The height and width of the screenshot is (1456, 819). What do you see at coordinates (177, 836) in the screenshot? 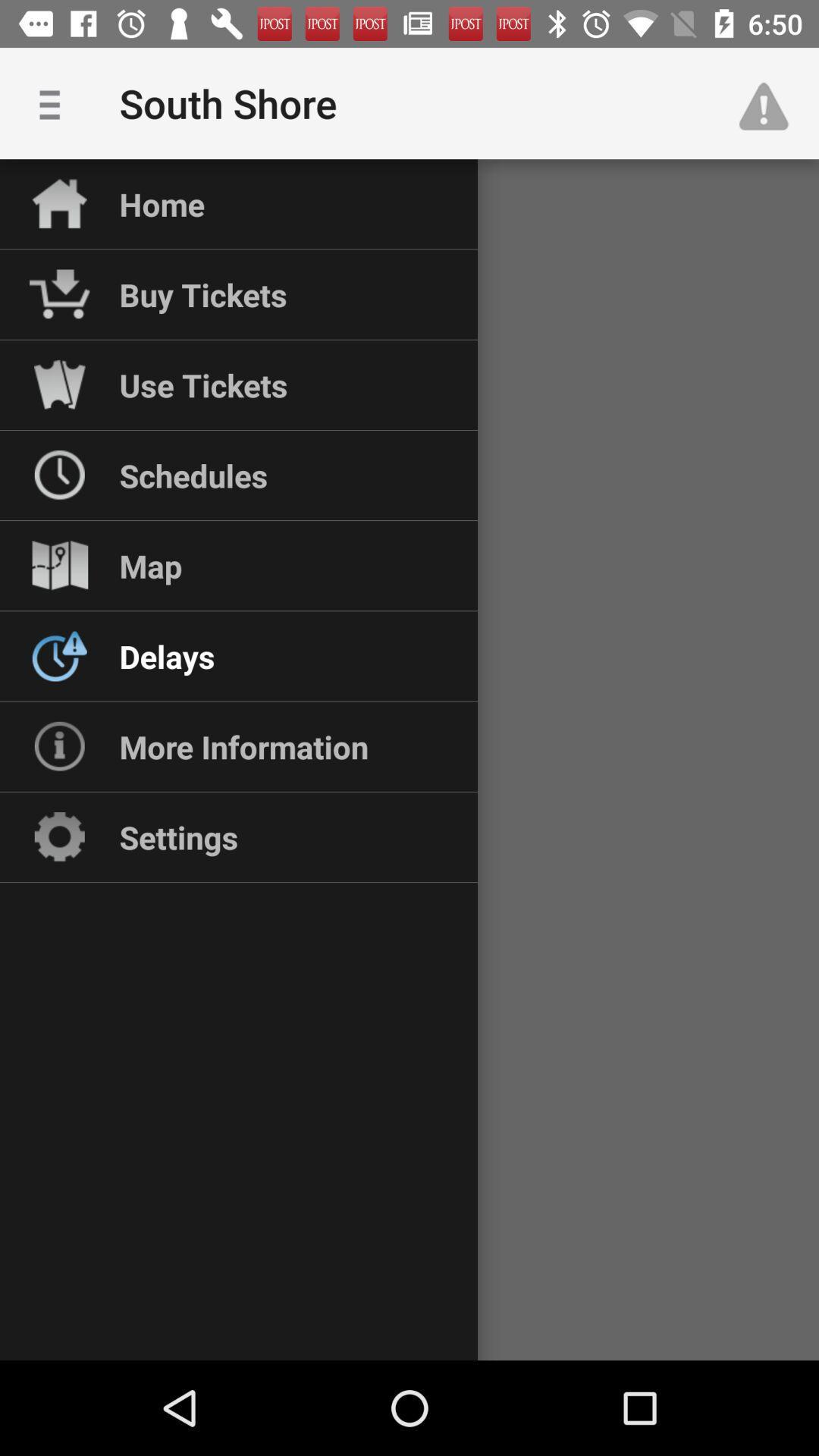
I see `settings icon` at bounding box center [177, 836].